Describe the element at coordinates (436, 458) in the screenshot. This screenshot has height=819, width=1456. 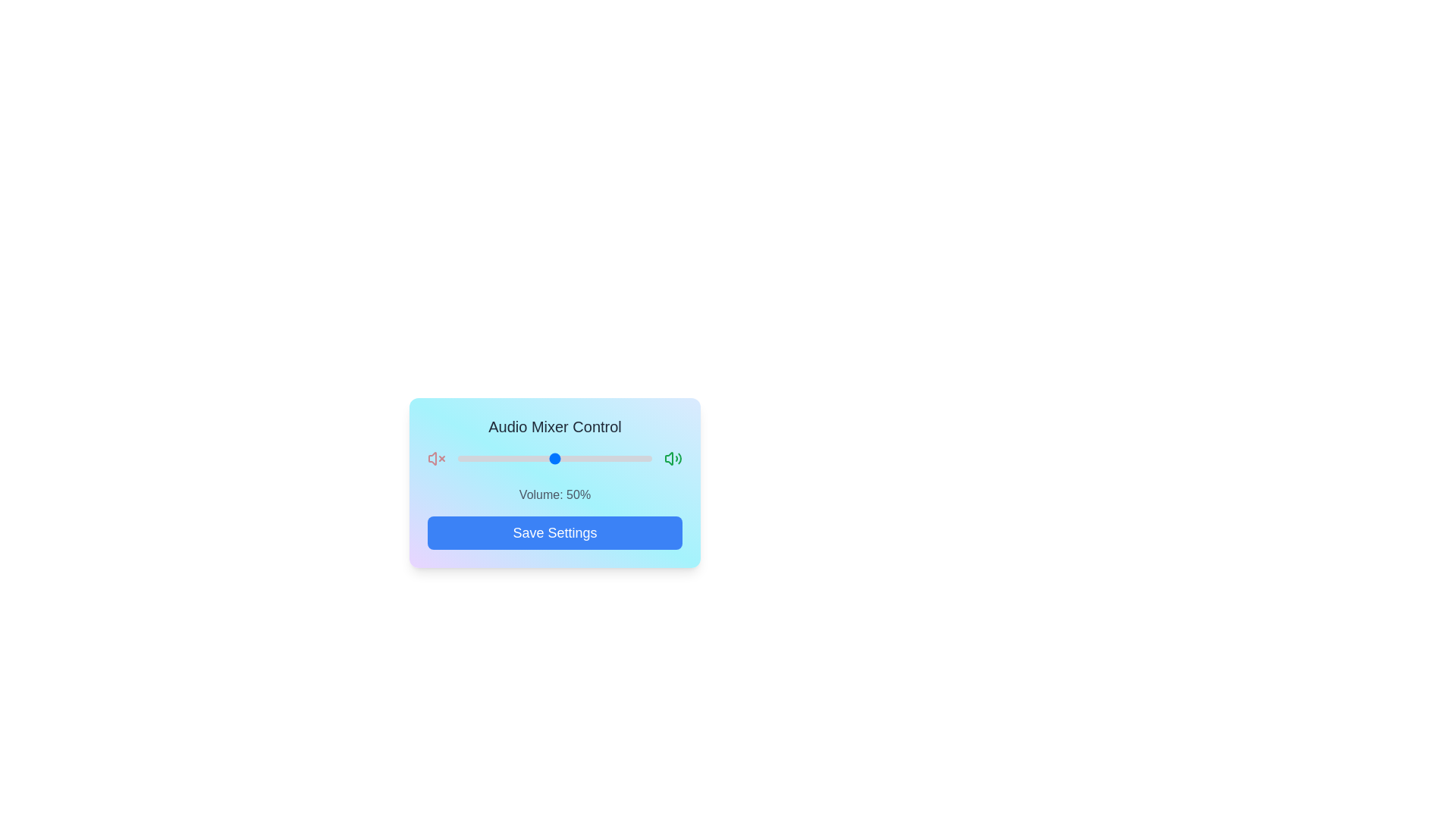
I see `mute button to mute the volume` at that location.